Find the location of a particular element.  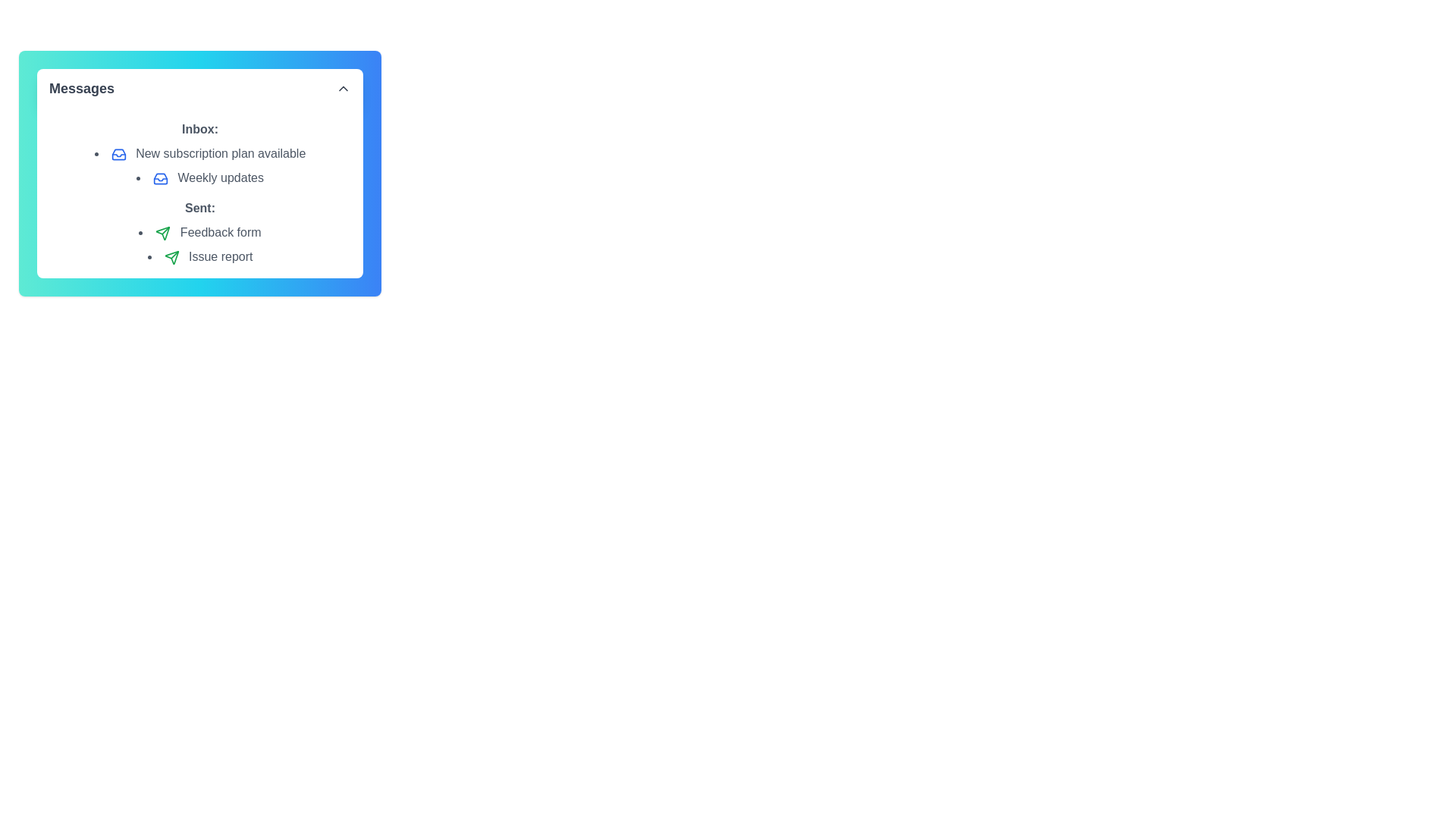

the list item labeled 'Issue report' with a green send arrow icon is located at coordinates (199, 256).